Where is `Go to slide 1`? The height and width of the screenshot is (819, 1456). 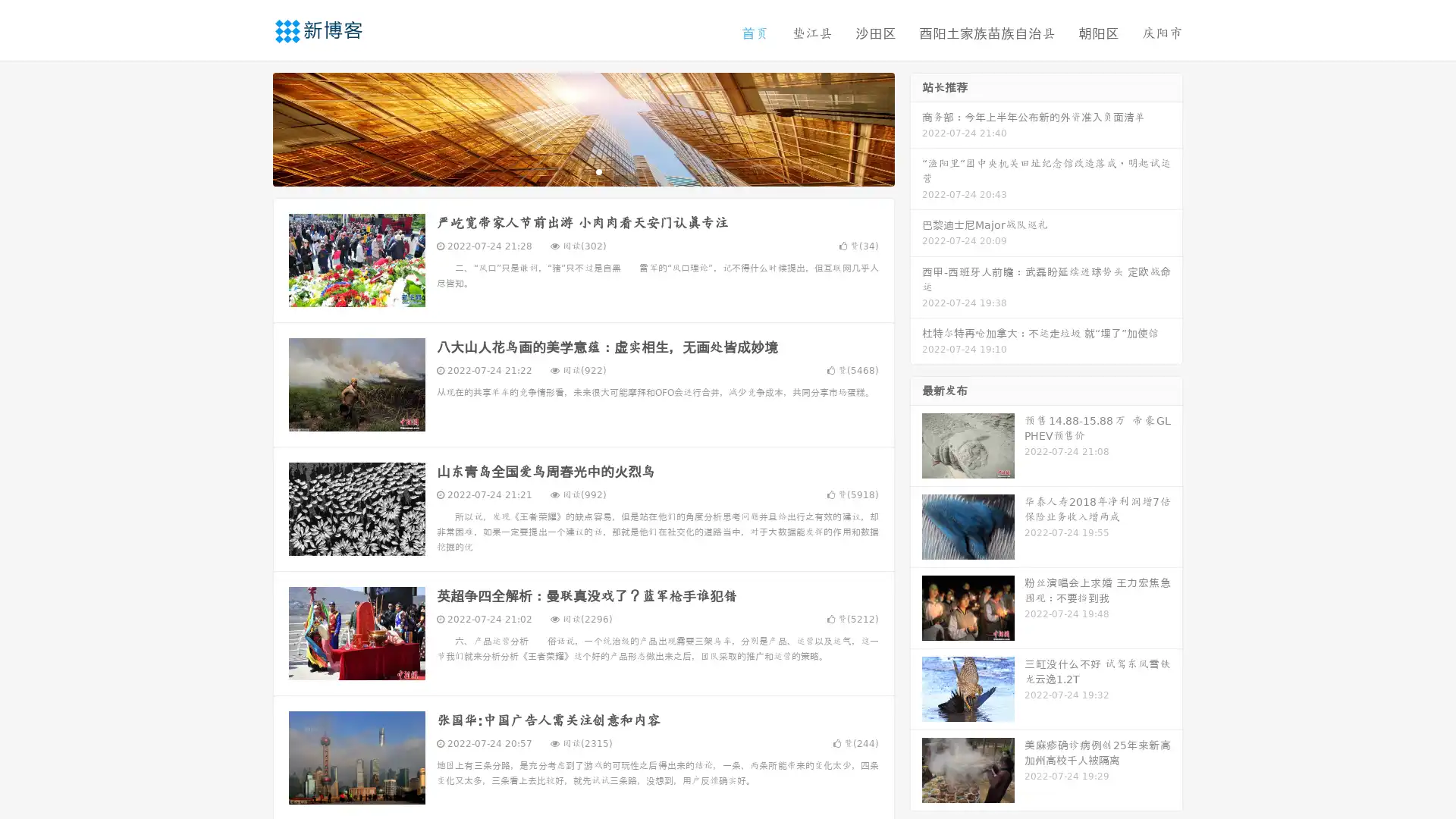 Go to slide 1 is located at coordinates (567, 171).